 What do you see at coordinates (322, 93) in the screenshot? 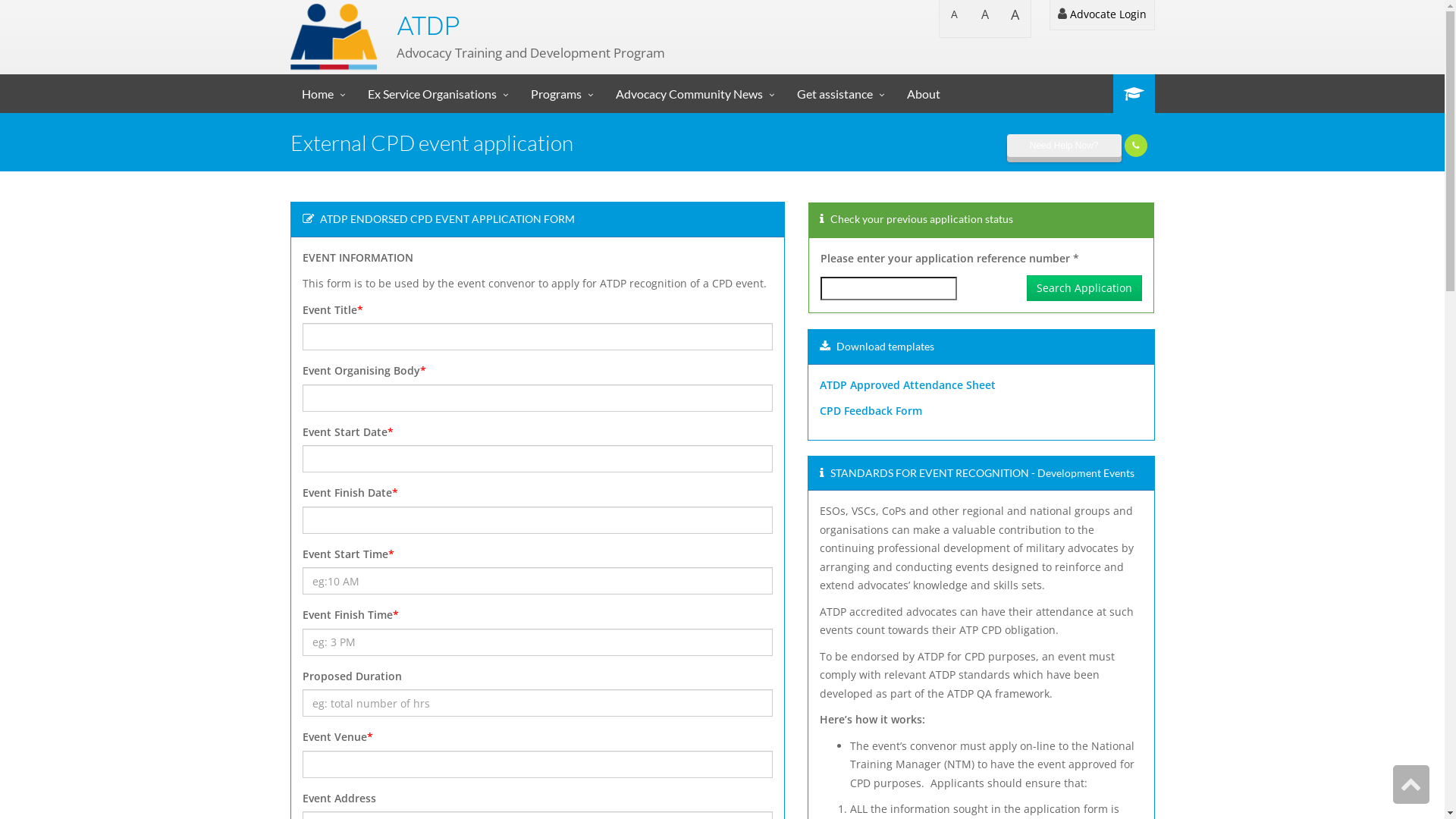
I see `'Home'` at bounding box center [322, 93].